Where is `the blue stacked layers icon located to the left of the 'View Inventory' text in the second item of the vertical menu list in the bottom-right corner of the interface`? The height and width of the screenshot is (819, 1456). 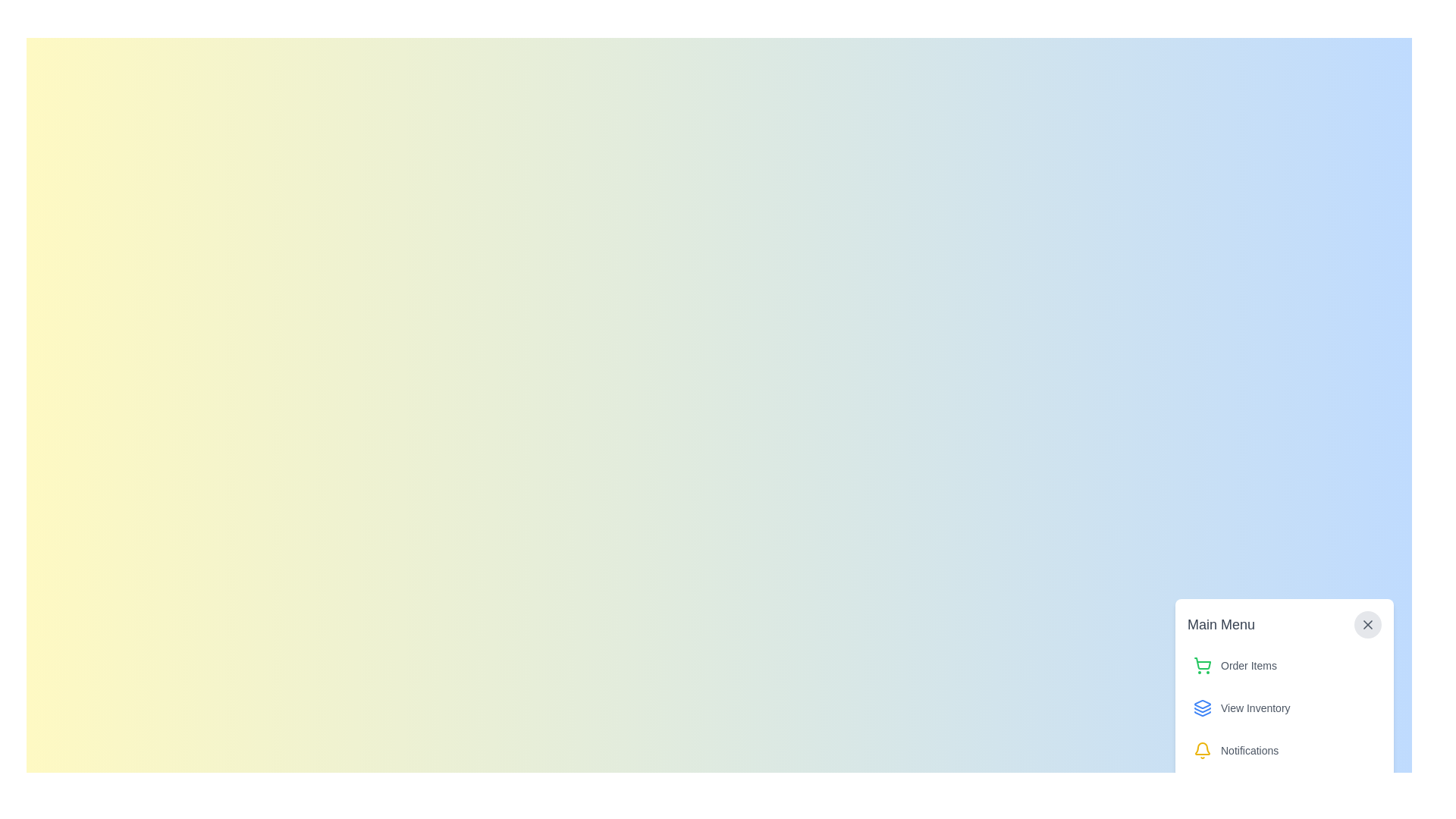 the blue stacked layers icon located to the left of the 'View Inventory' text in the second item of the vertical menu list in the bottom-right corner of the interface is located at coordinates (1201, 708).